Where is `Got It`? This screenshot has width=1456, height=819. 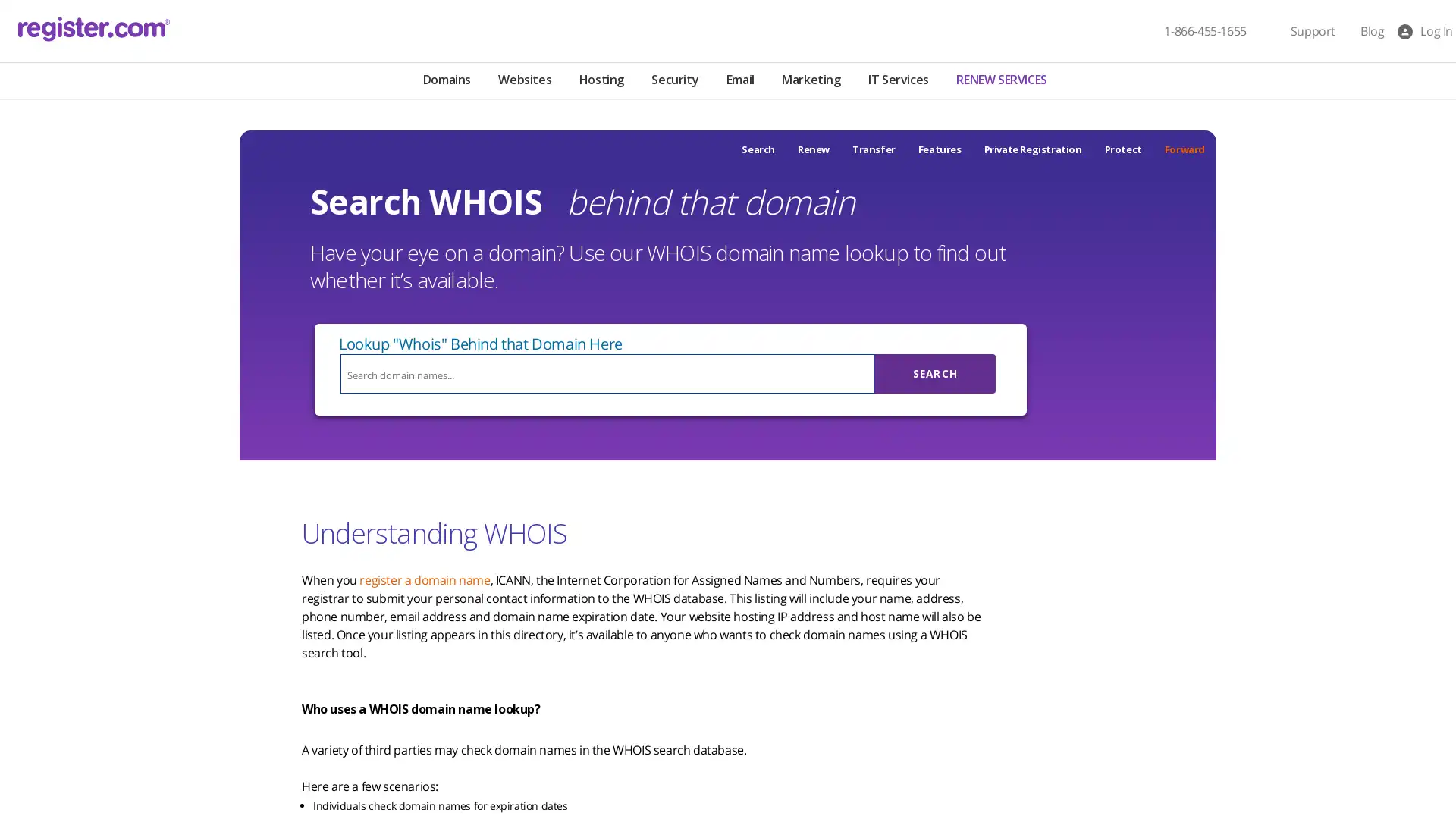 Got It is located at coordinates (154, 731).